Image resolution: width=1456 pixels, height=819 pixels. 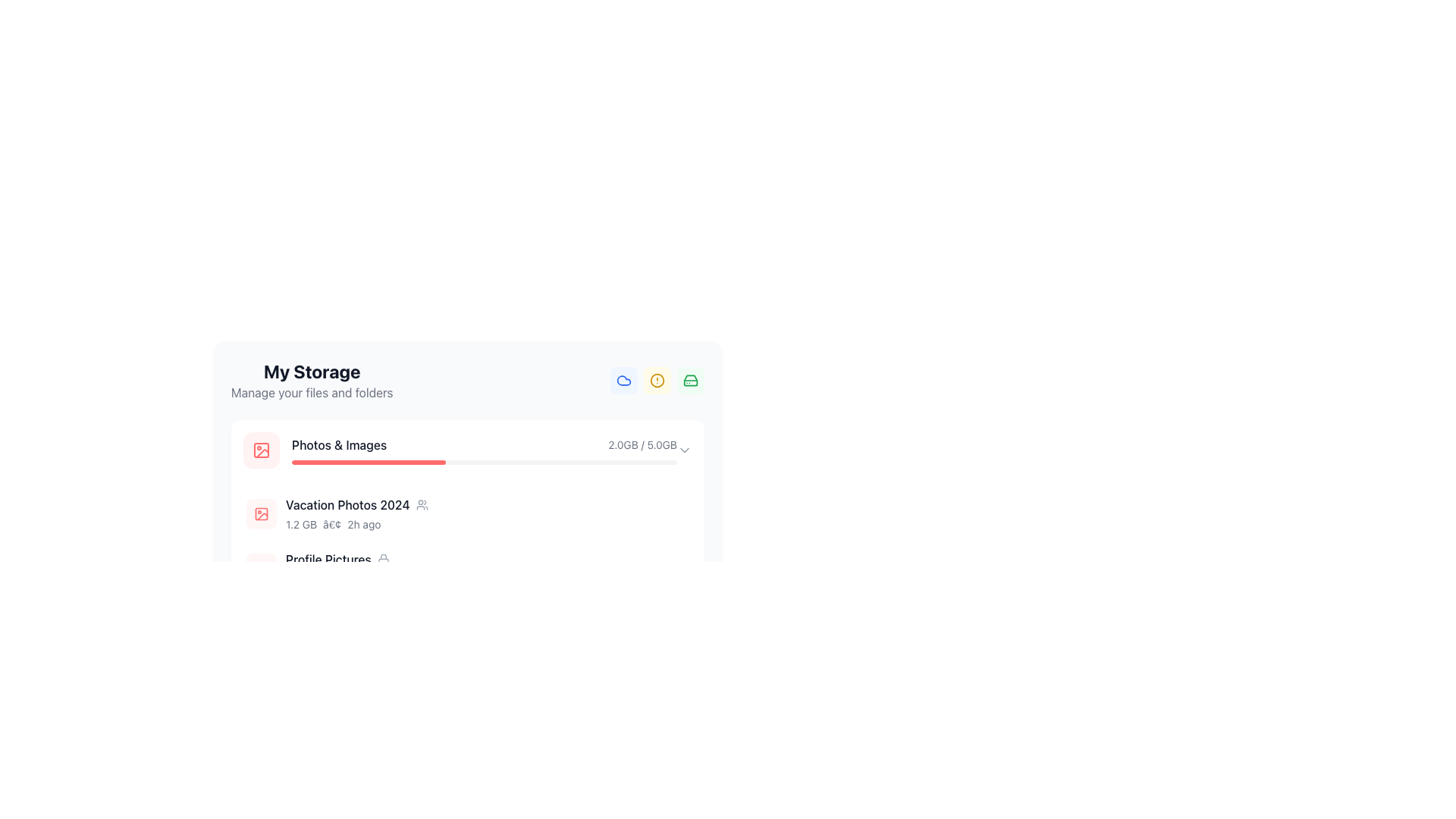 I want to click on the last icon in the row representing a hard drive or storage symbol, which is part of a group of horizontally aligned icons in the top-right corner of the interface, so click(x=690, y=379).